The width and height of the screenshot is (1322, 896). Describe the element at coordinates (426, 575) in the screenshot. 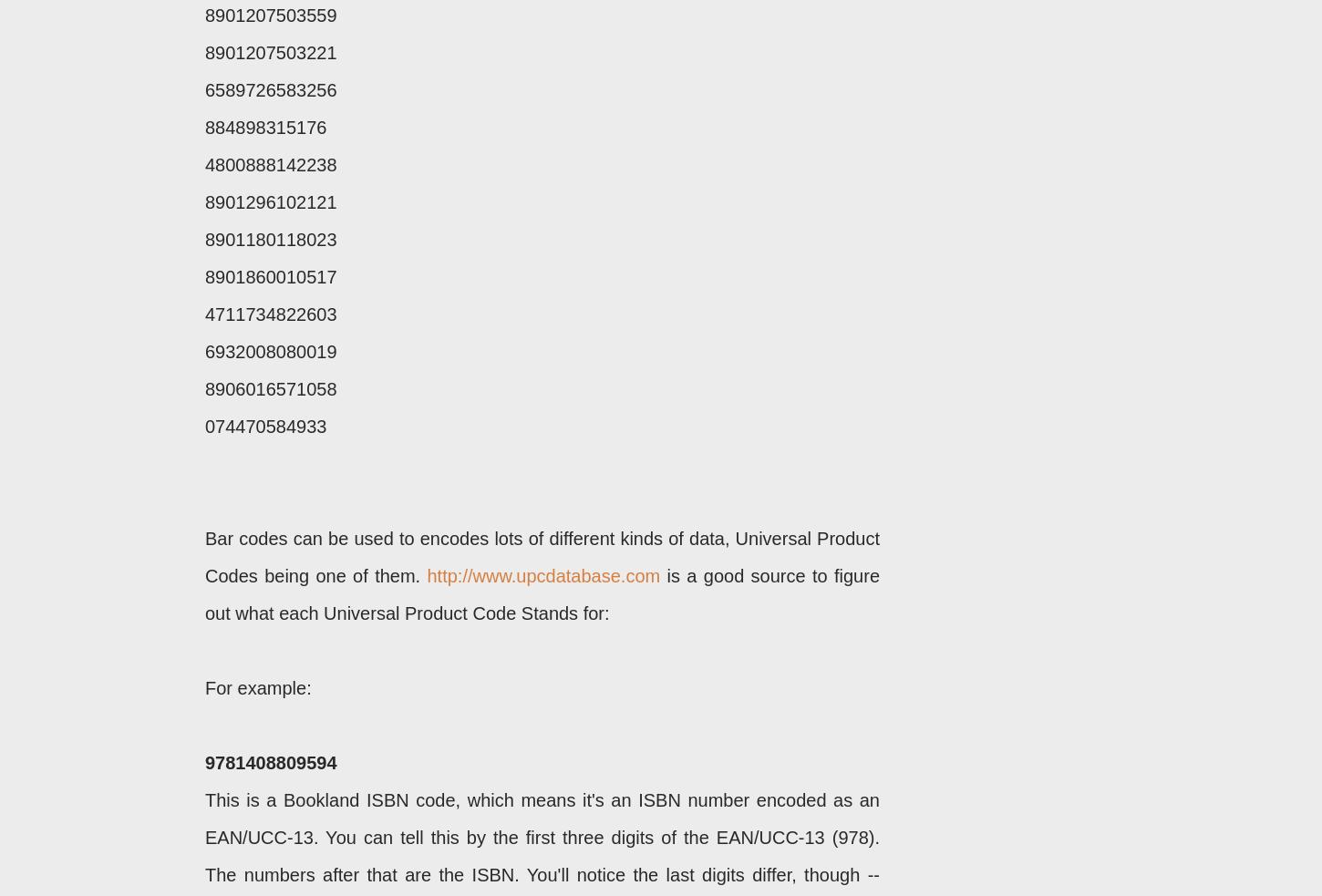

I see `'http://www.upcdatabase.com'` at that location.